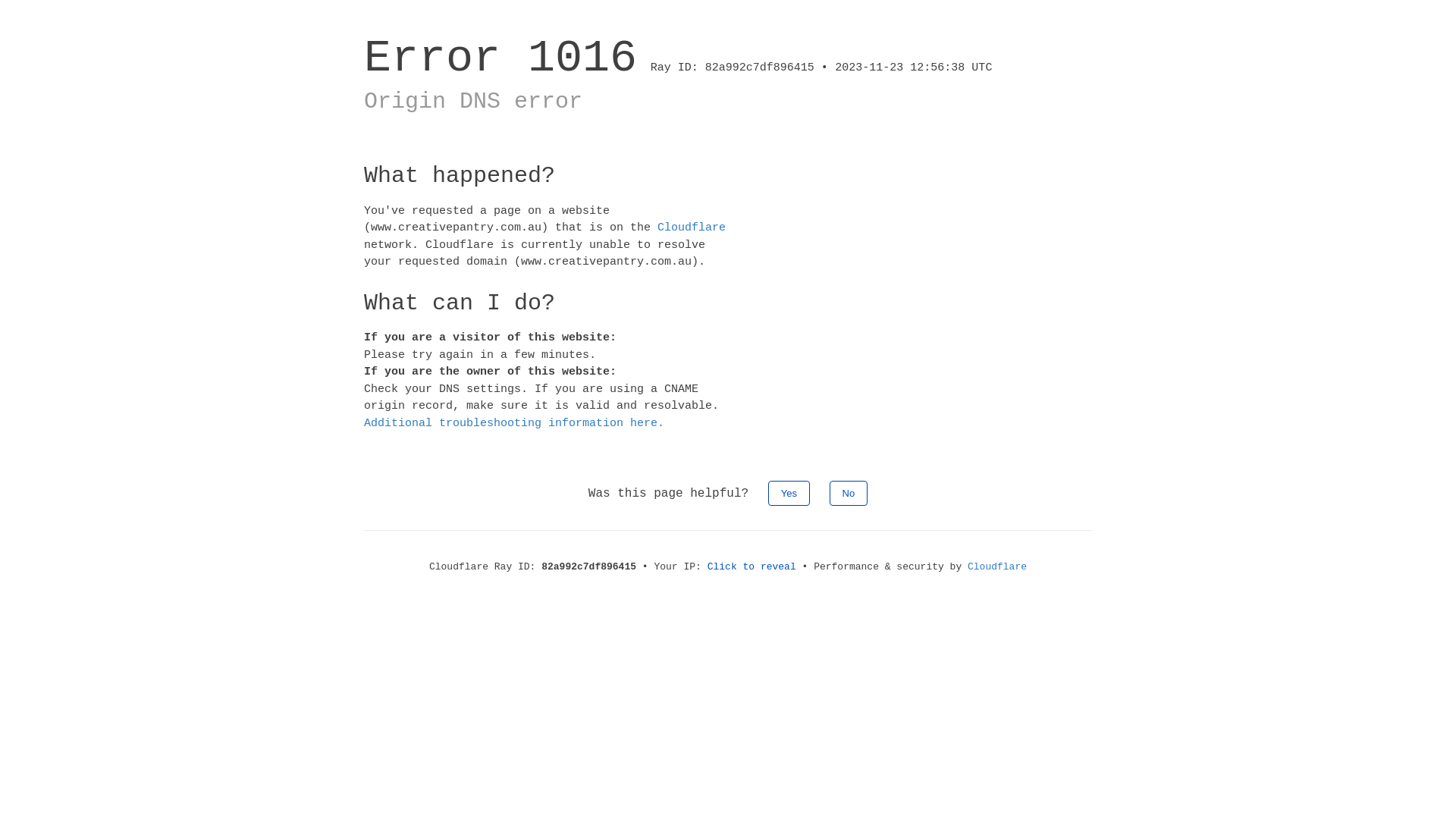 This screenshot has height=819, width=1456. What do you see at coordinates (848, 493) in the screenshot?
I see `'No'` at bounding box center [848, 493].